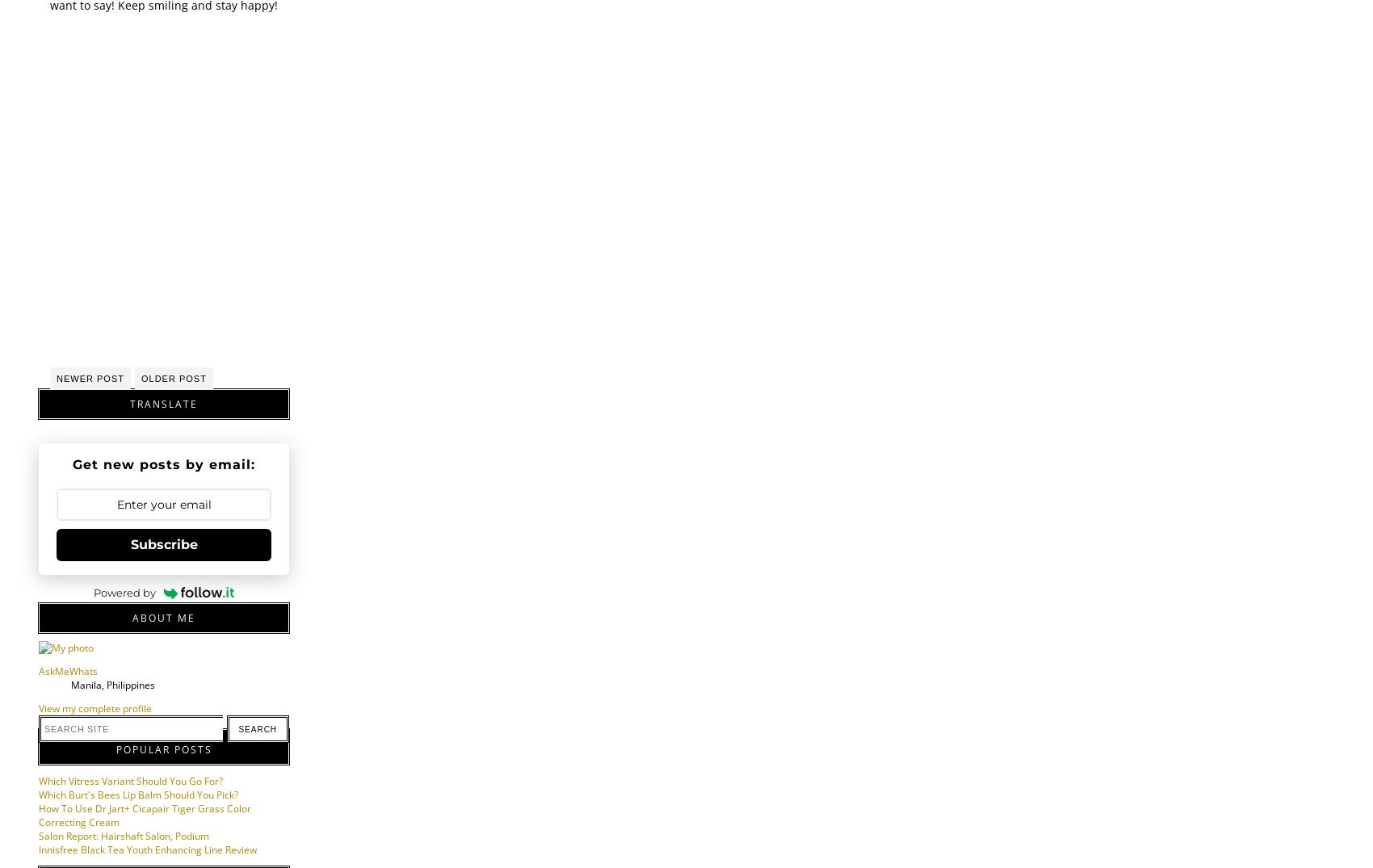 Image resolution: width=1373 pixels, height=868 pixels. Describe the element at coordinates (146, 849) in the screenshot. I see `'Innisfree Black Tea Youth Enhancing Line Review'` at that location.